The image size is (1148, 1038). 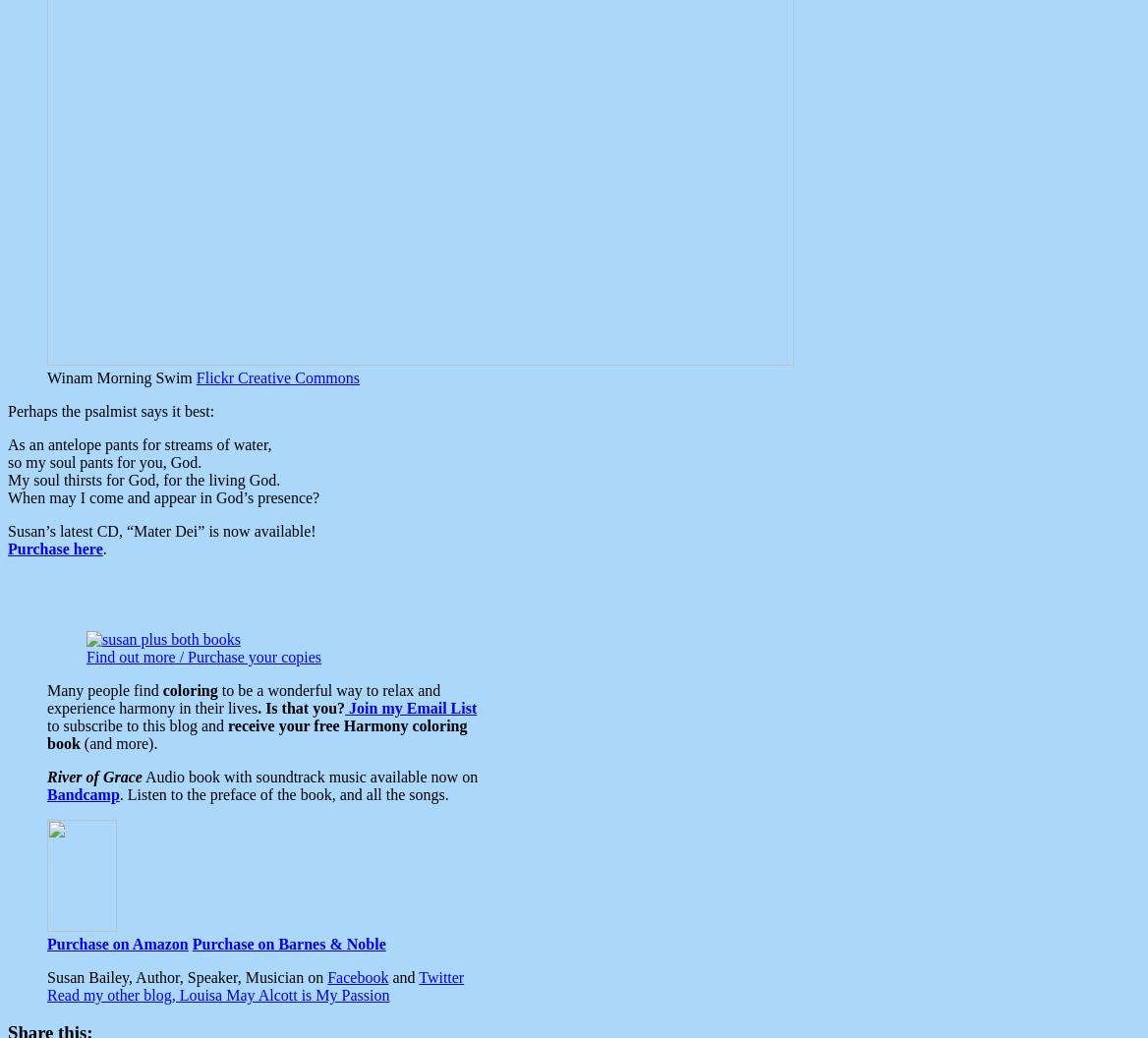 What do you see at coordinates (203, 656) in the screenshot?
I see `'Find out more / Purchase your copies'` at bounding box center [203, 656].